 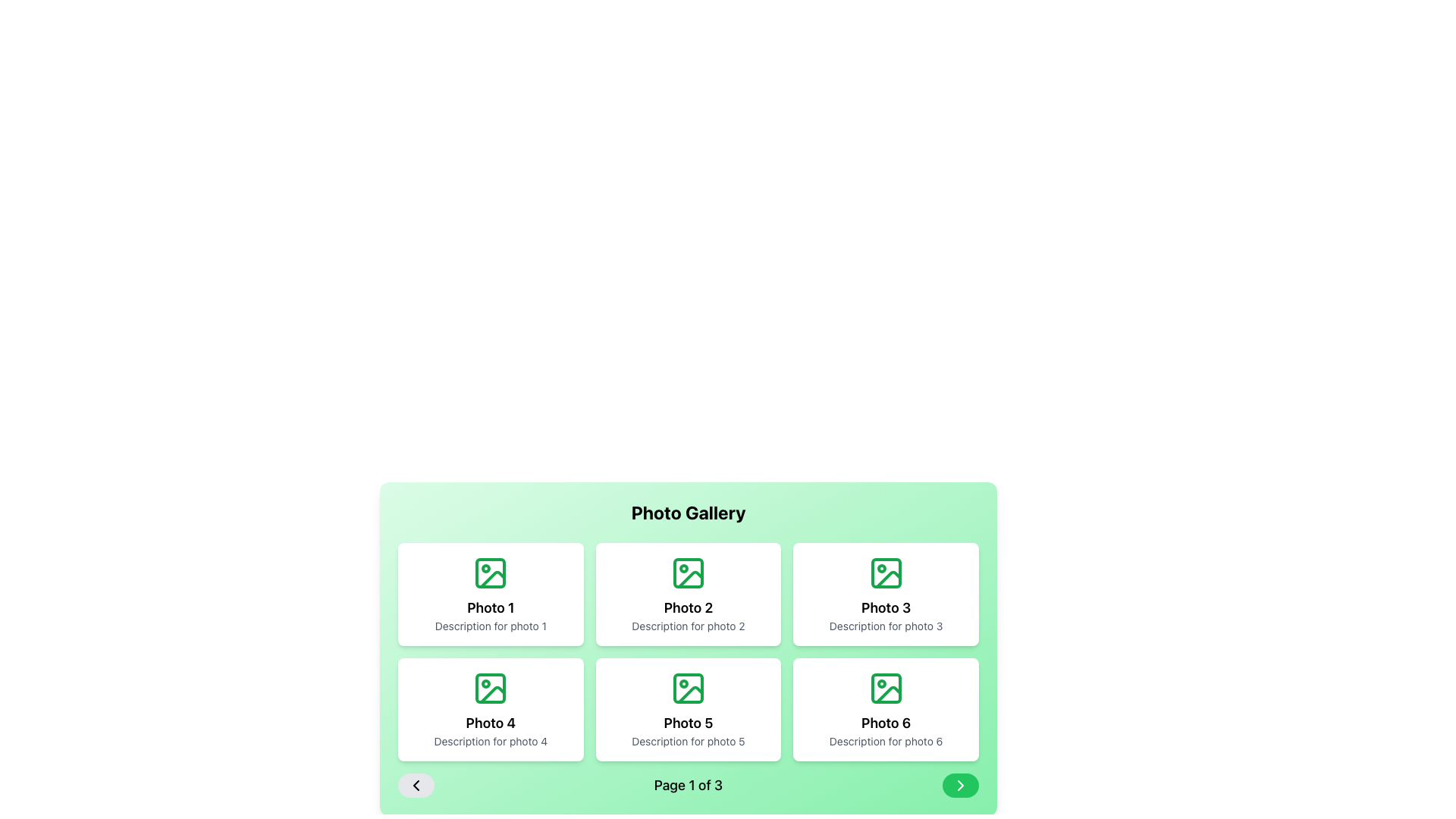 What do you see at coordinates (960, 785) in the screenshot?
I see `the right-chevron arrow icon button within the green pagination button located at the bottom-right corner of the 'Photo Gallery' interface` at bounding box center [960, 785].